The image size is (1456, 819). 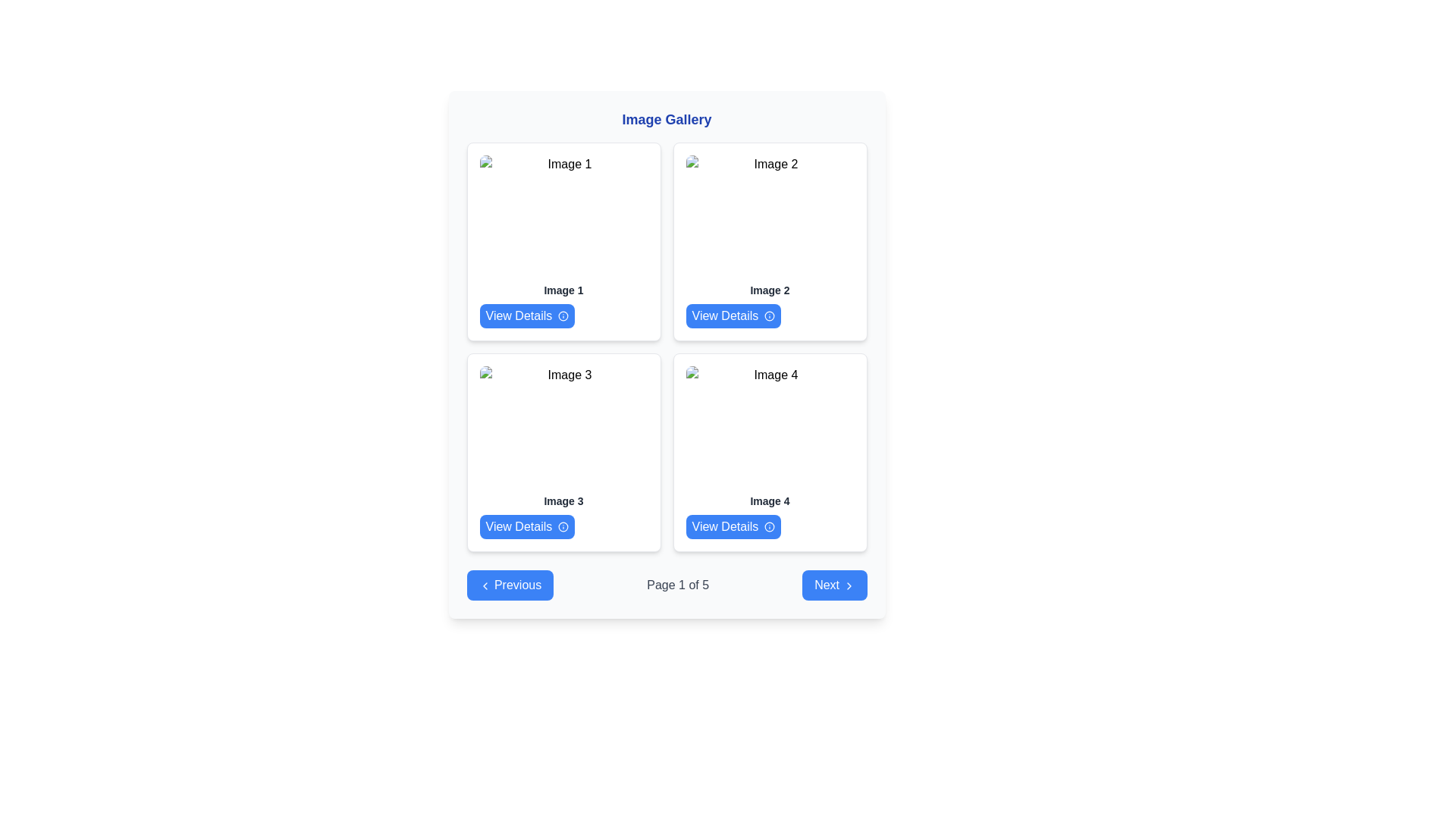 I want to click on the image in the first column of the second row of the 2x2 grid to enlarge it, so click(x=563, y=427).